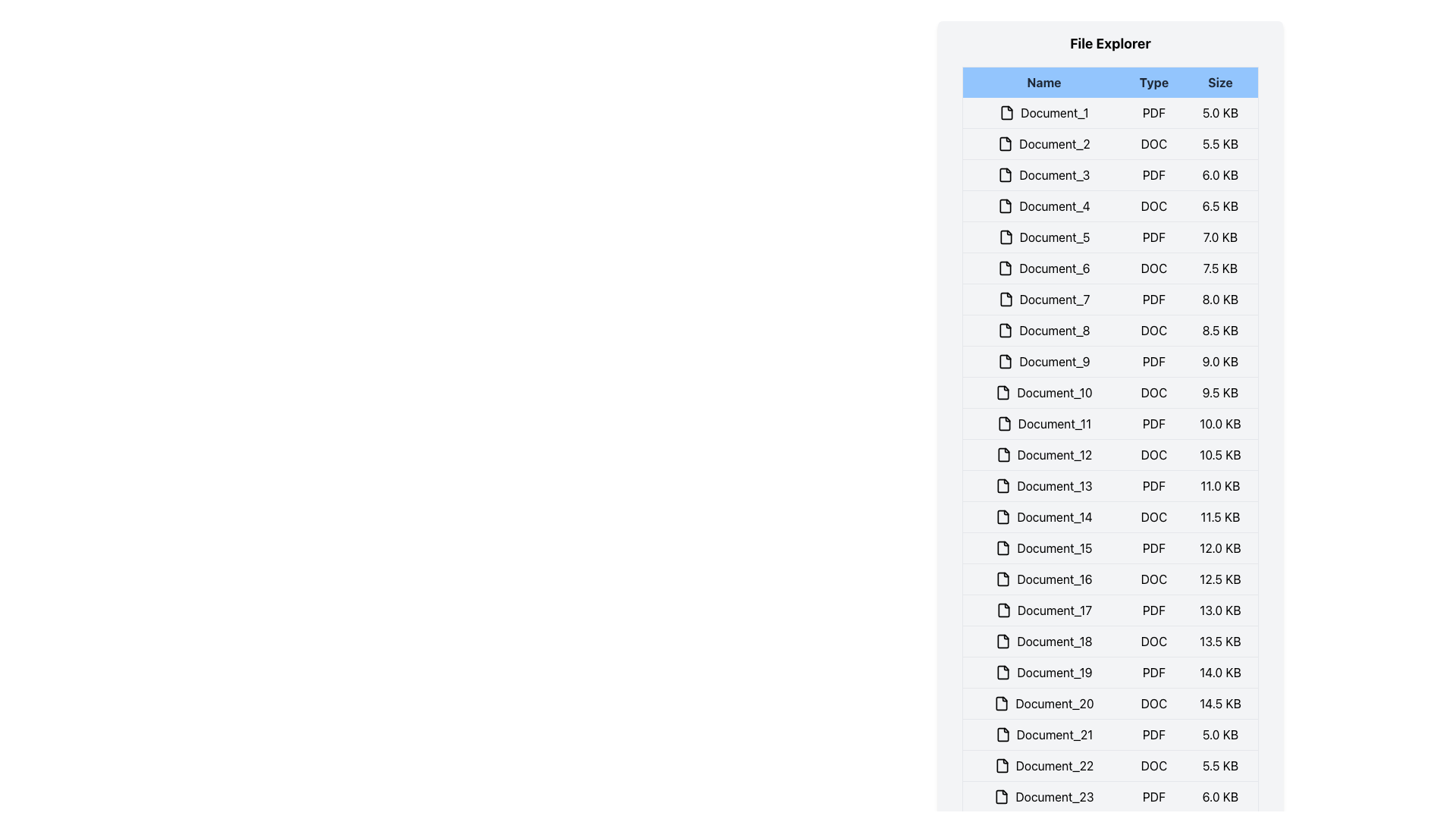 The image size is (1456, 819). I want to click on text label indicating the file size for 'Document_21' located in the 'Size' column of the file explorer interface, so click(1220, 733).